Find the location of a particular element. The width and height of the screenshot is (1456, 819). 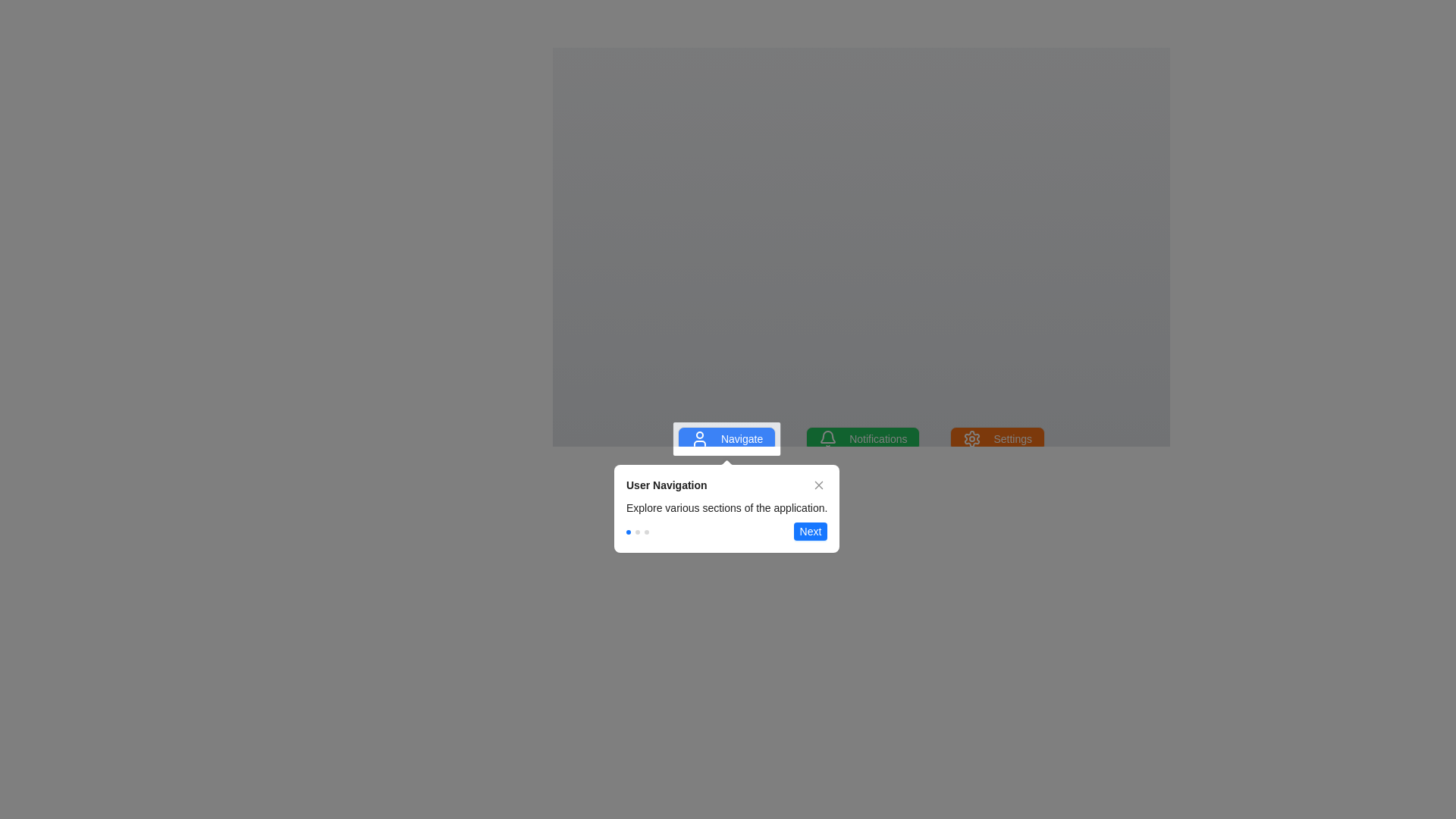

the 'Settings' button, which is a rectangular button with a rounded finish, orange background, white text, and a gear icon on the left is located at coordinates (997, 438).